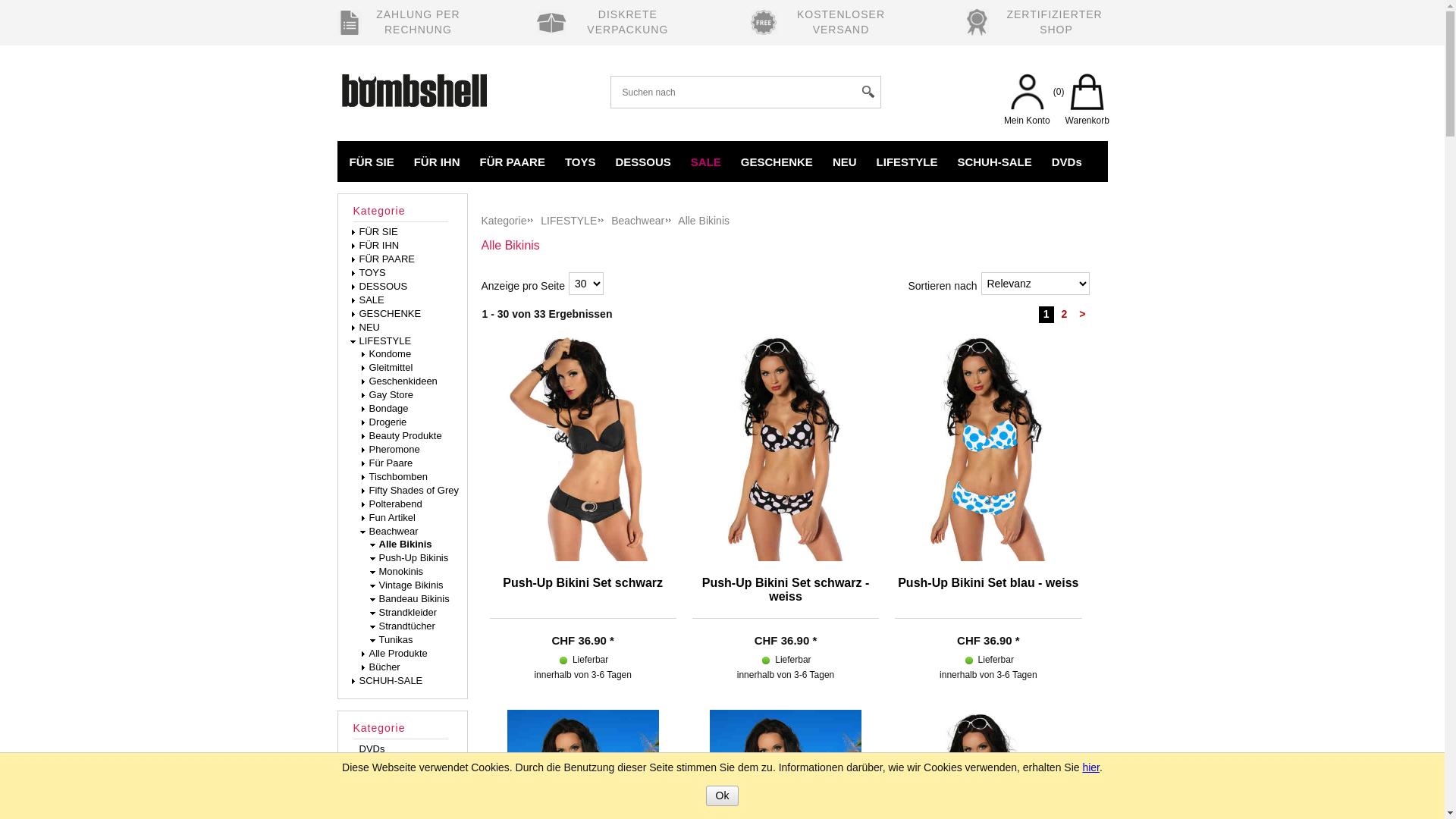  Describe the element at coordinates (378, 571) in the screenshot. I see `' Monokinis'` at that location.